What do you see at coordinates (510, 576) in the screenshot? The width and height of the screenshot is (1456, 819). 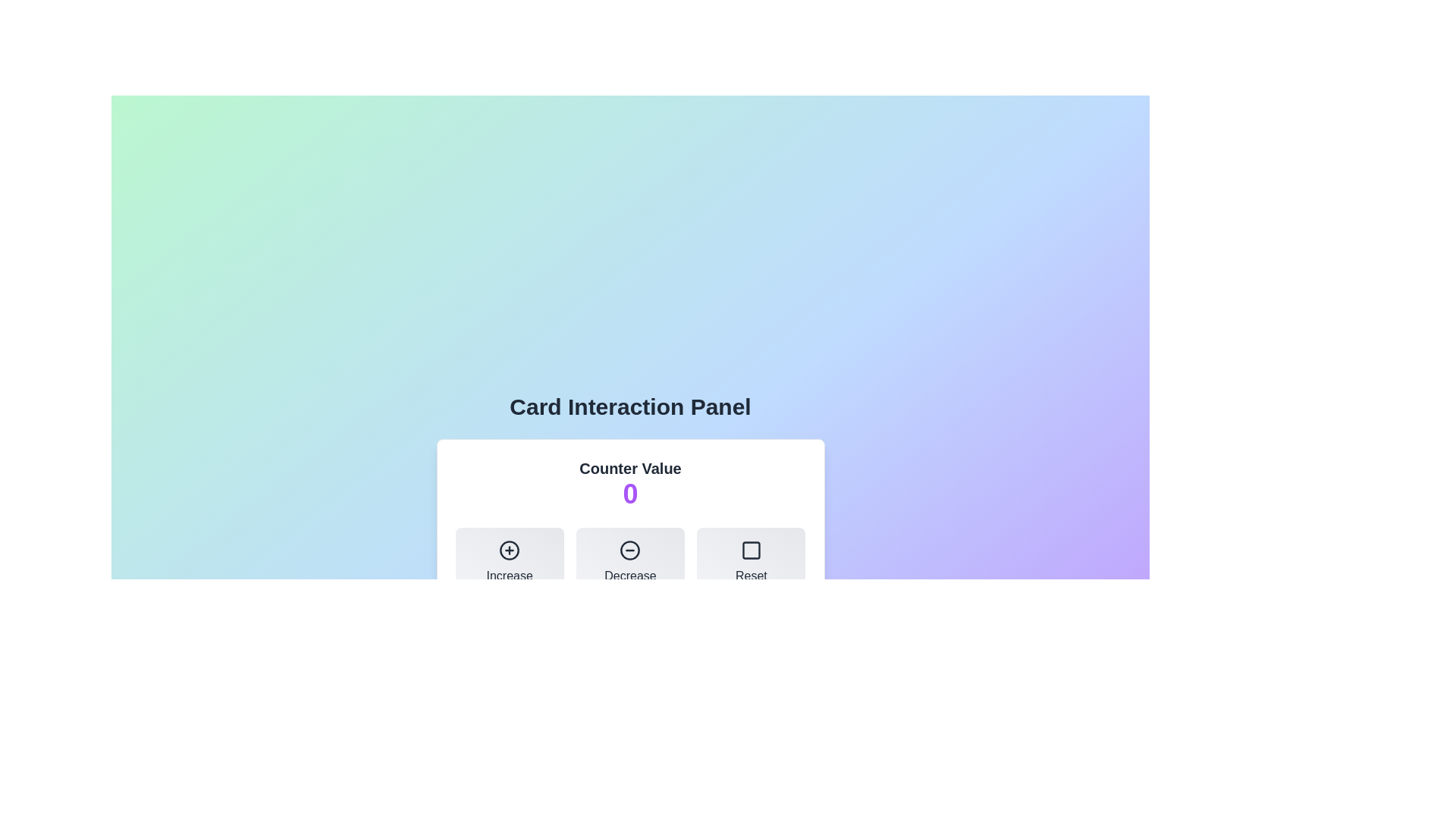 I see `the text label indicating the functionality related to increasing a value, located under the circular '+' icon of the first button in a row of three buttons` at bounding box center [510, 576].